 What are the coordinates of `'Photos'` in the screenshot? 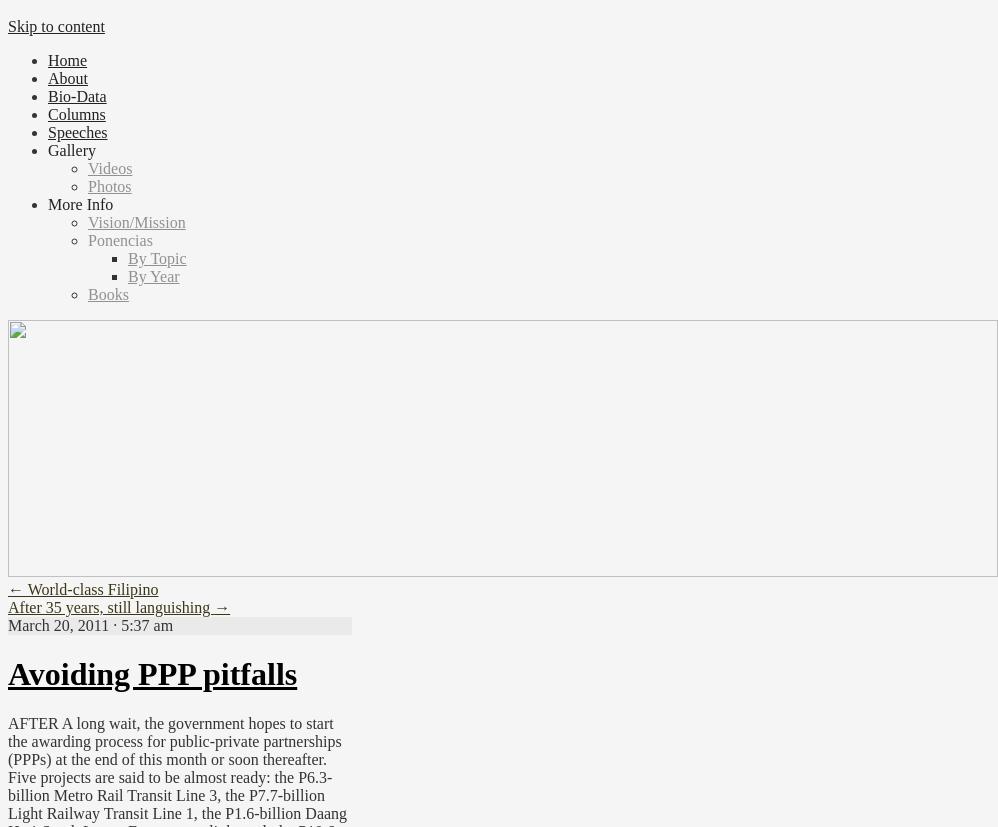 It's located at (87, 185).